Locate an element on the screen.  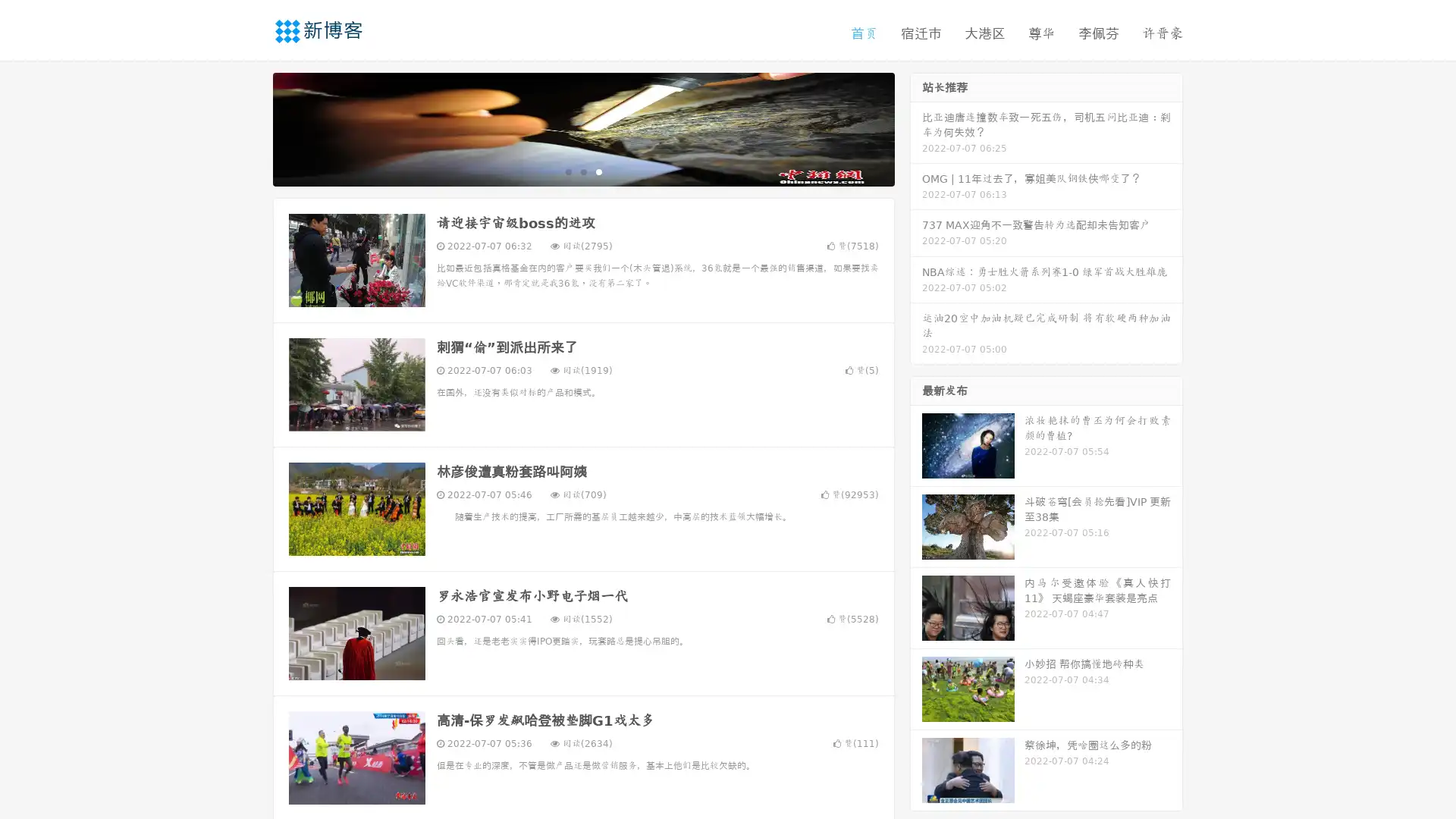
Go to slide 1 is located at coordinates (567, 171).